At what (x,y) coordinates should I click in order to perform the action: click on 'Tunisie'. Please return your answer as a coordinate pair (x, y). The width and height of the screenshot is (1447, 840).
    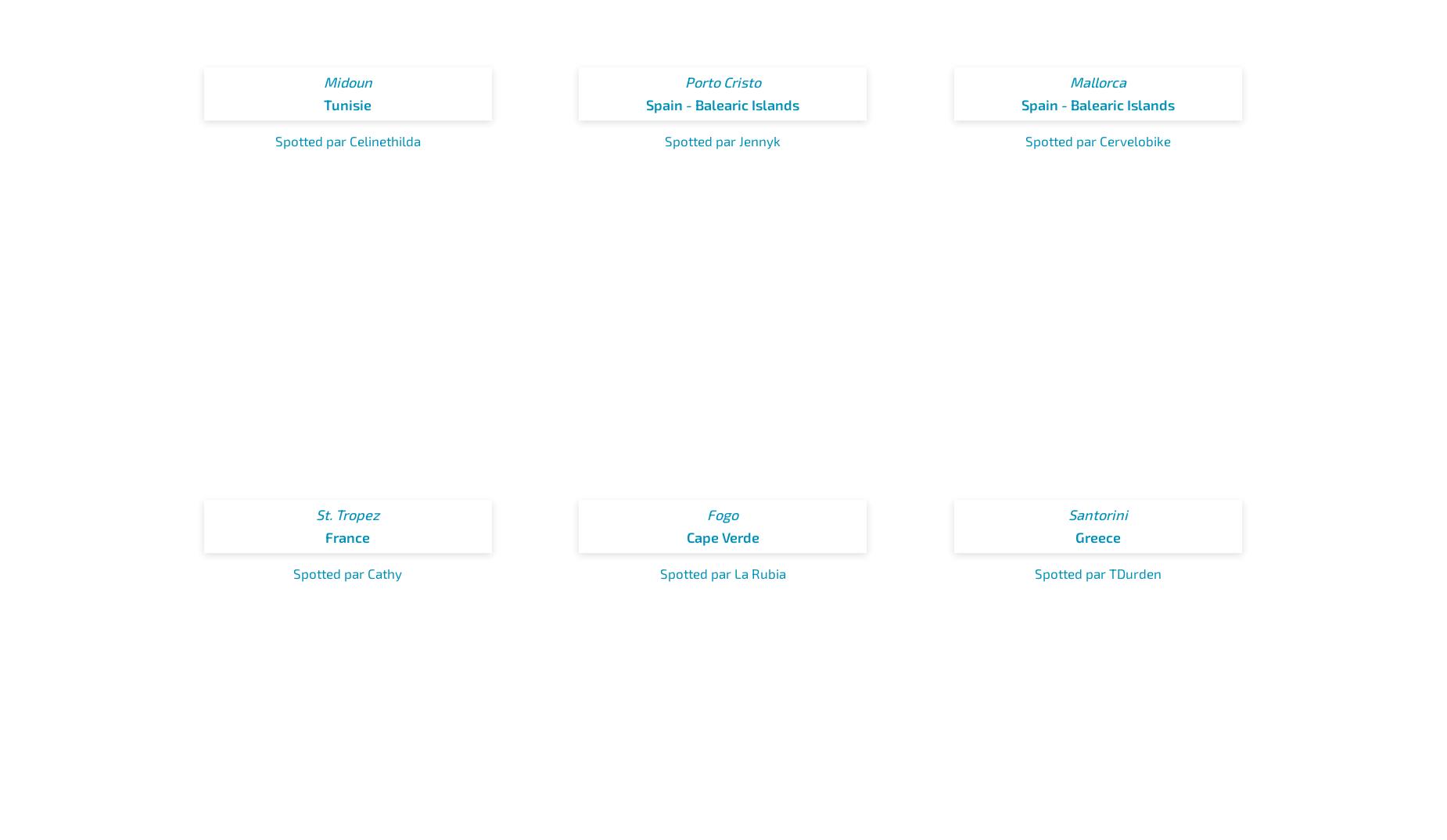
    Looking at the image, I should click on (346, 104).